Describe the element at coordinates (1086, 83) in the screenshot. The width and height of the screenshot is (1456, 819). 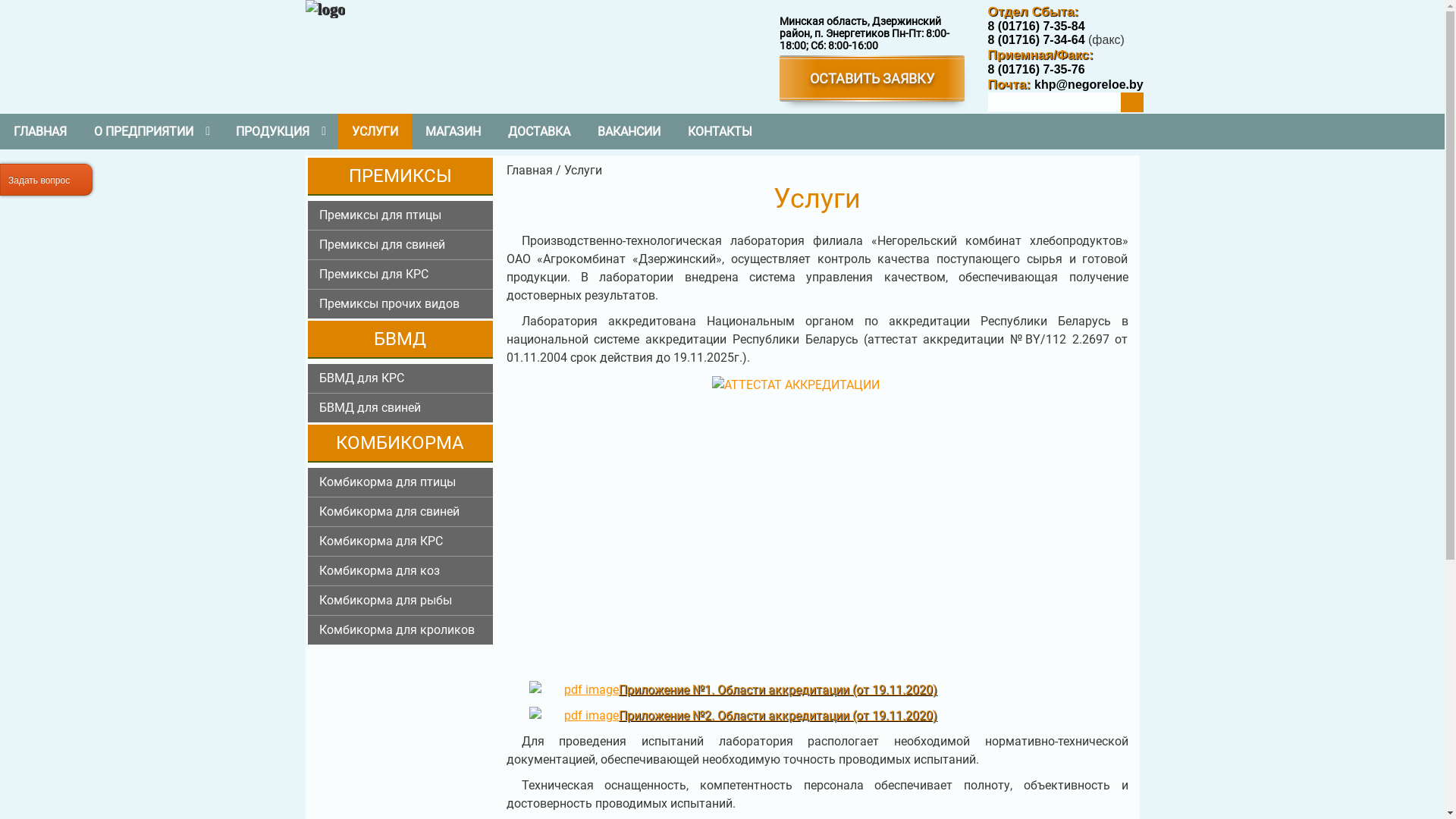
I see `'khp@negoreloe.by'` at that location.